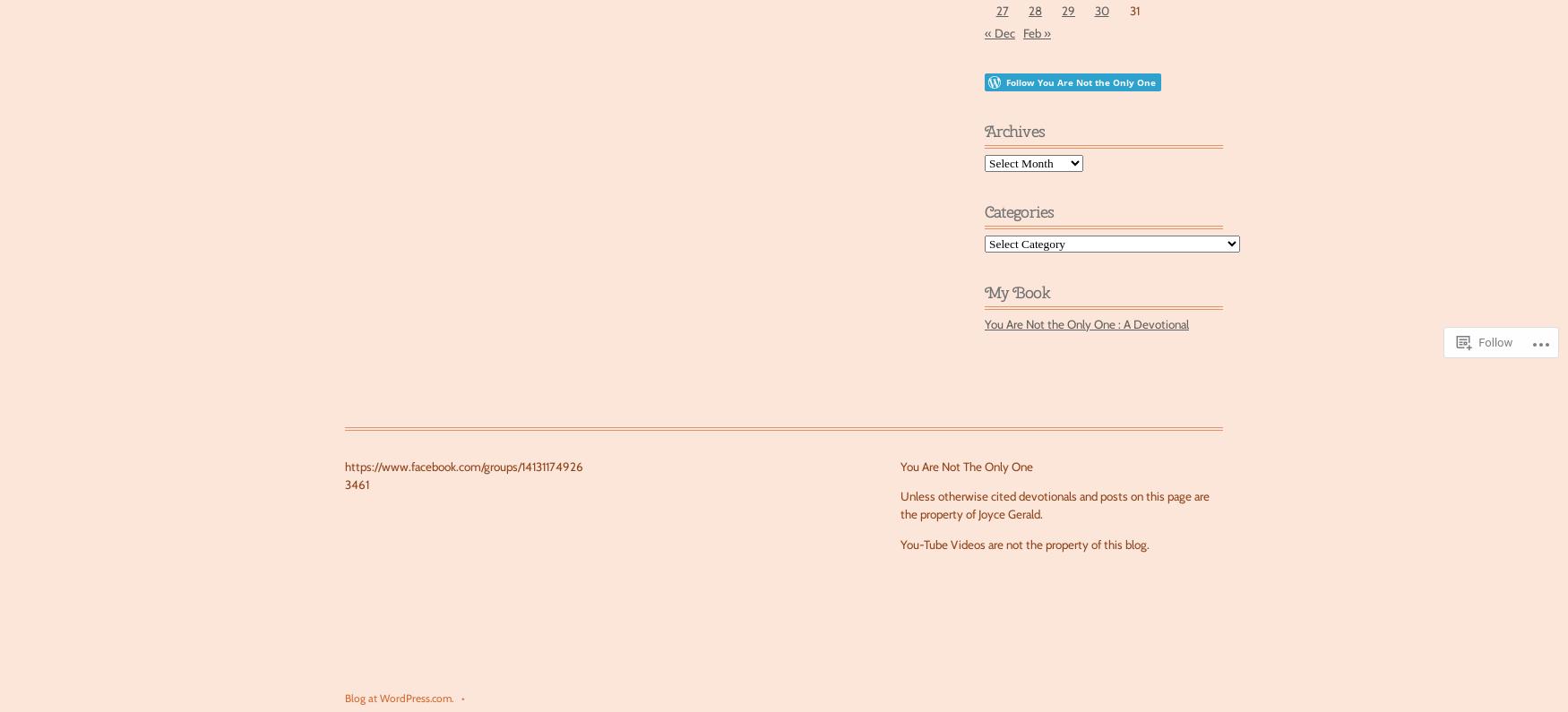 The width and height of the screenshot is (1568, 712). What do you see at coordinates (1101, 10) in the screenshot?
I see `'30'` at bounding box center [1101, 10].